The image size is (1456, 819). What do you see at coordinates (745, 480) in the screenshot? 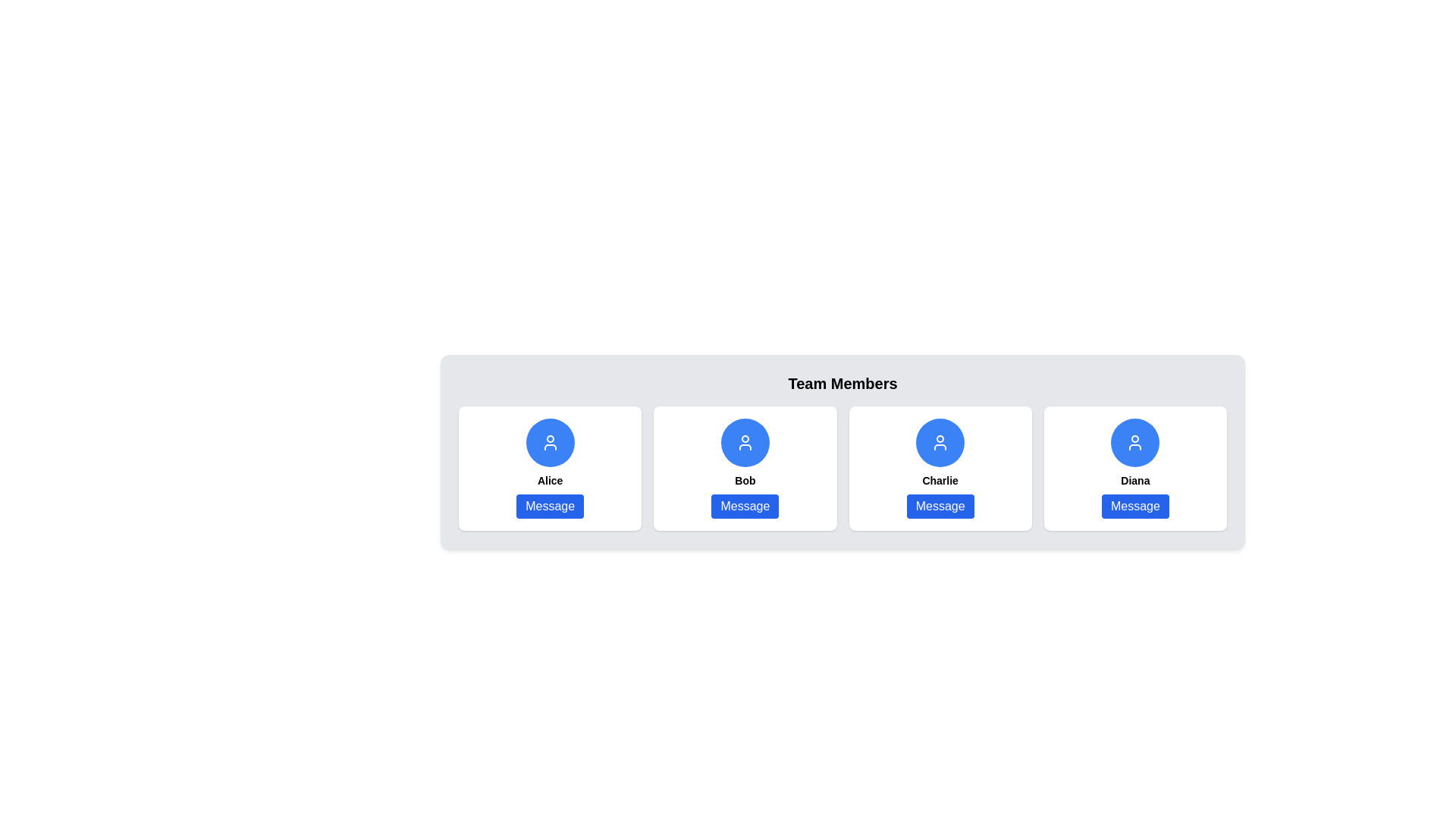
I see `displayed text 'Bob' from the text label located below the avatar icon in the second profile card from the left` at bounding box center [745, 480].